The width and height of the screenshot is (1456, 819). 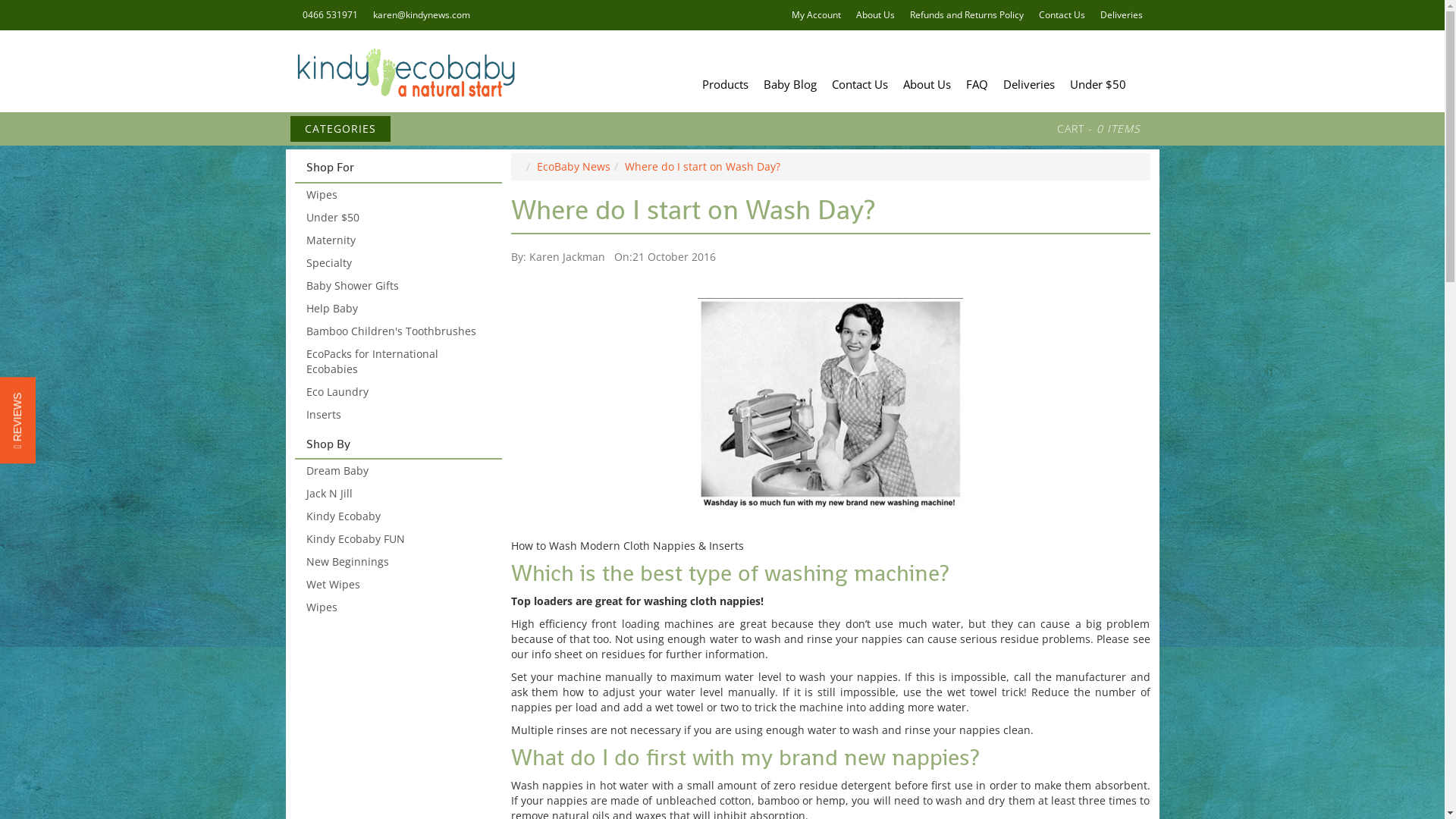 What do you see at coordinates (822, 84) in the screenshot?
I see `'Contact Us'` at bounding box center [822, 84].